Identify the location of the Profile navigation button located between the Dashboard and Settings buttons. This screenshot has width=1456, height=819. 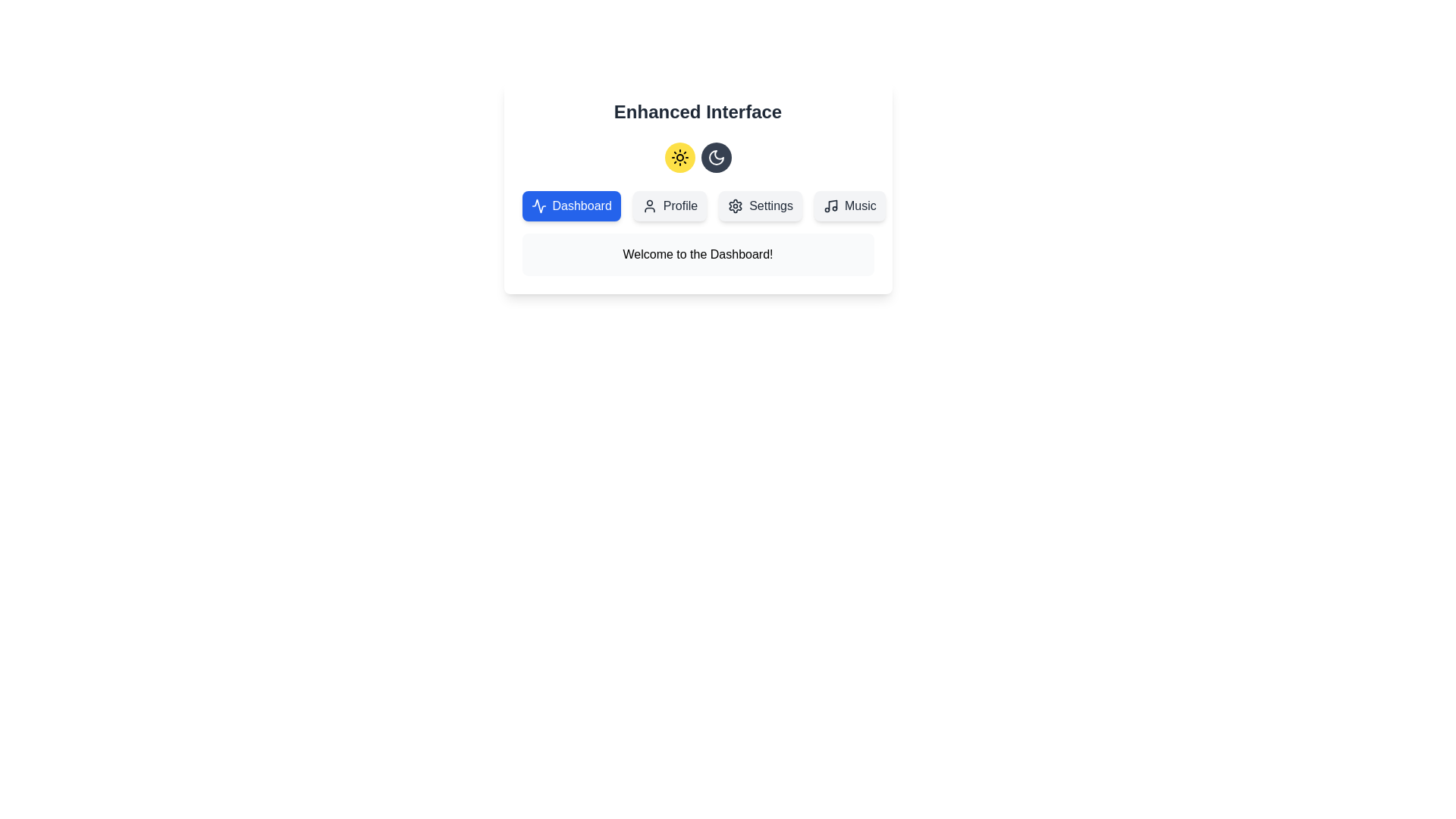
(669, 206).